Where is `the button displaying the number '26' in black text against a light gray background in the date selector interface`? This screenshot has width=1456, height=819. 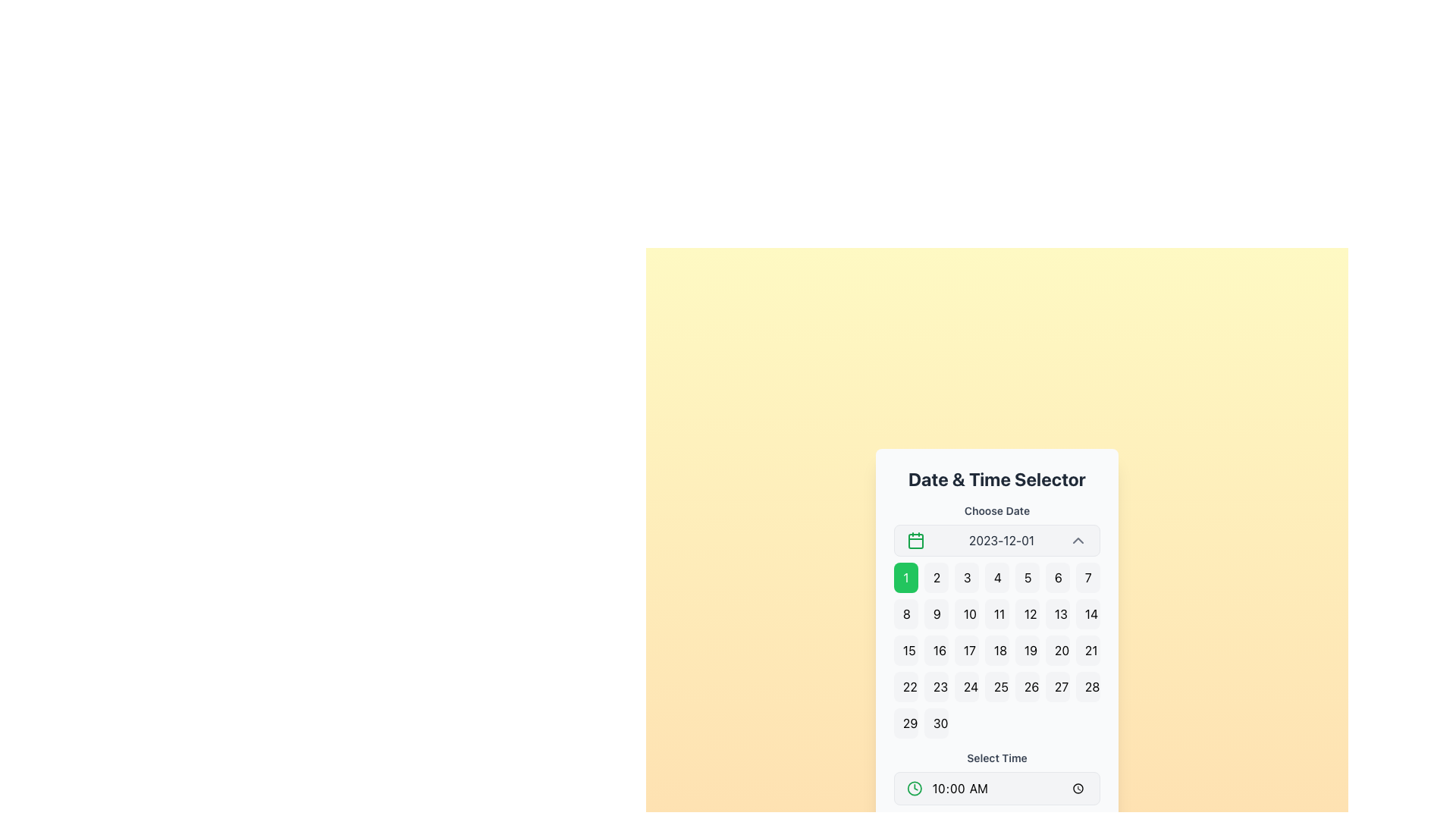 the button displaying the number '26' in black text against a light gray background in the date selector interface is located at coordinates (1027, 687).